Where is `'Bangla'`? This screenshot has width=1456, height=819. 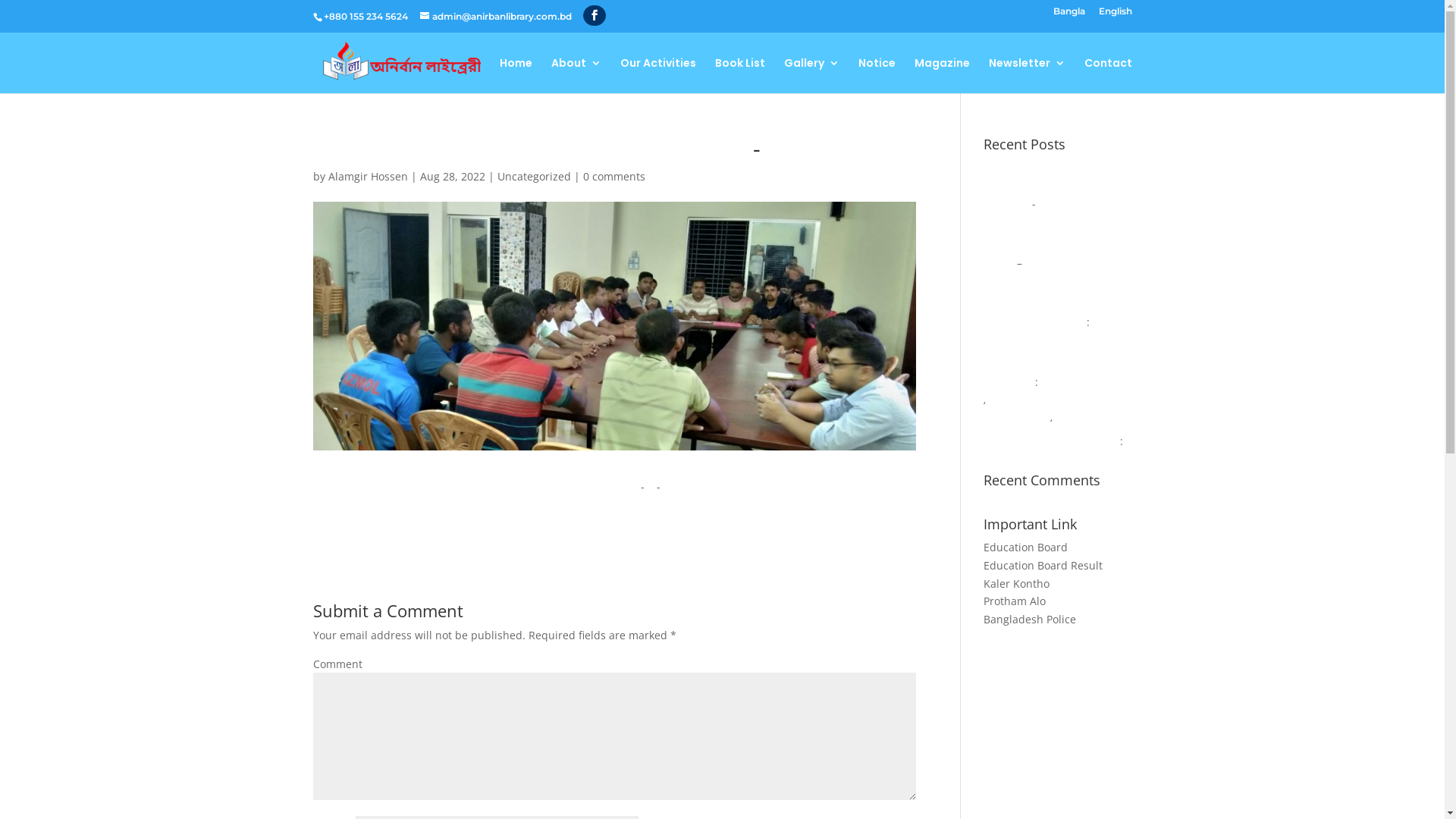 'Bangla' is located at coordinates (1068, 14).